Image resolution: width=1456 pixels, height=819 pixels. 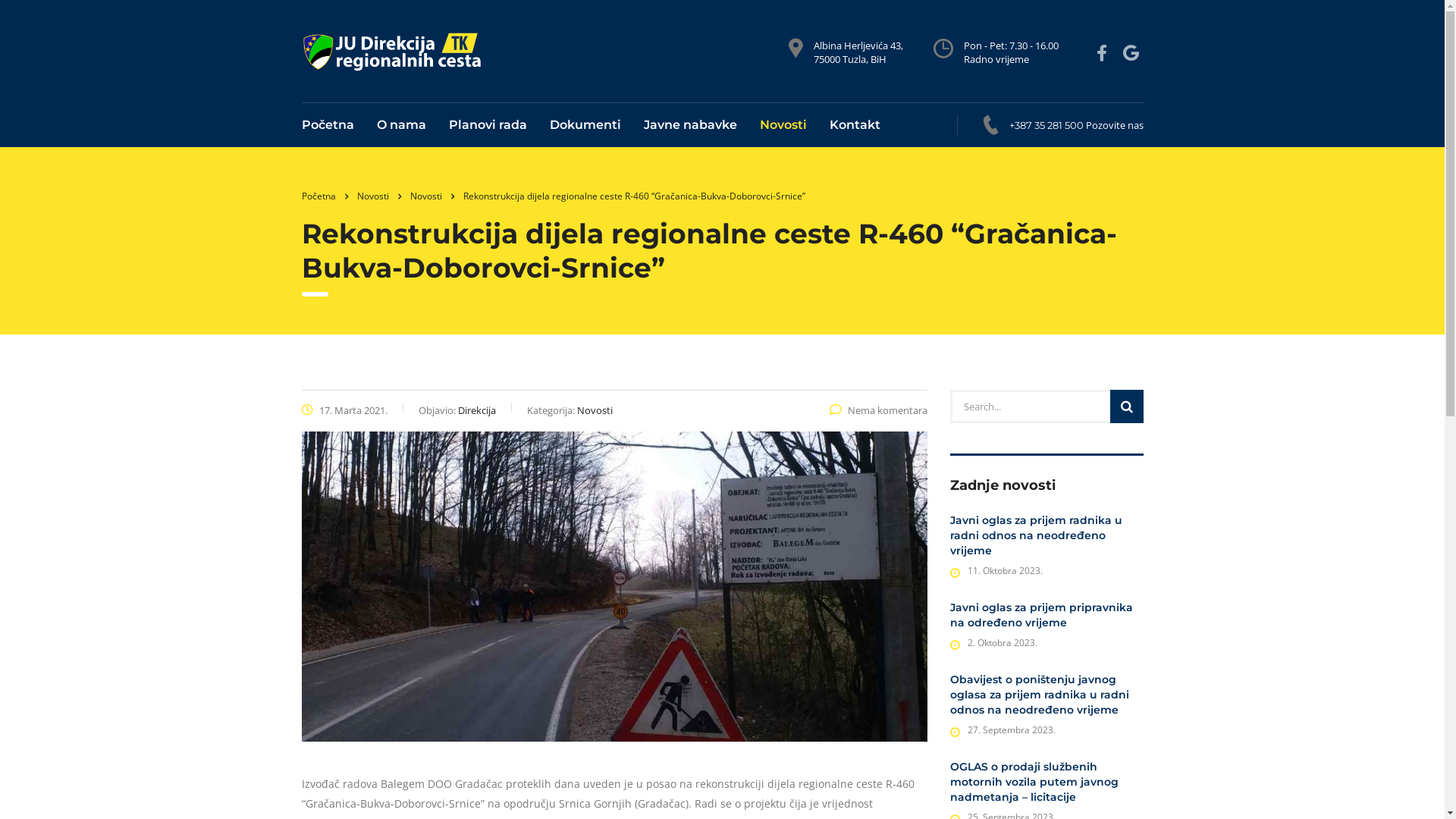 I want to click on 'Planovi rada', so click(x=487, y=124).